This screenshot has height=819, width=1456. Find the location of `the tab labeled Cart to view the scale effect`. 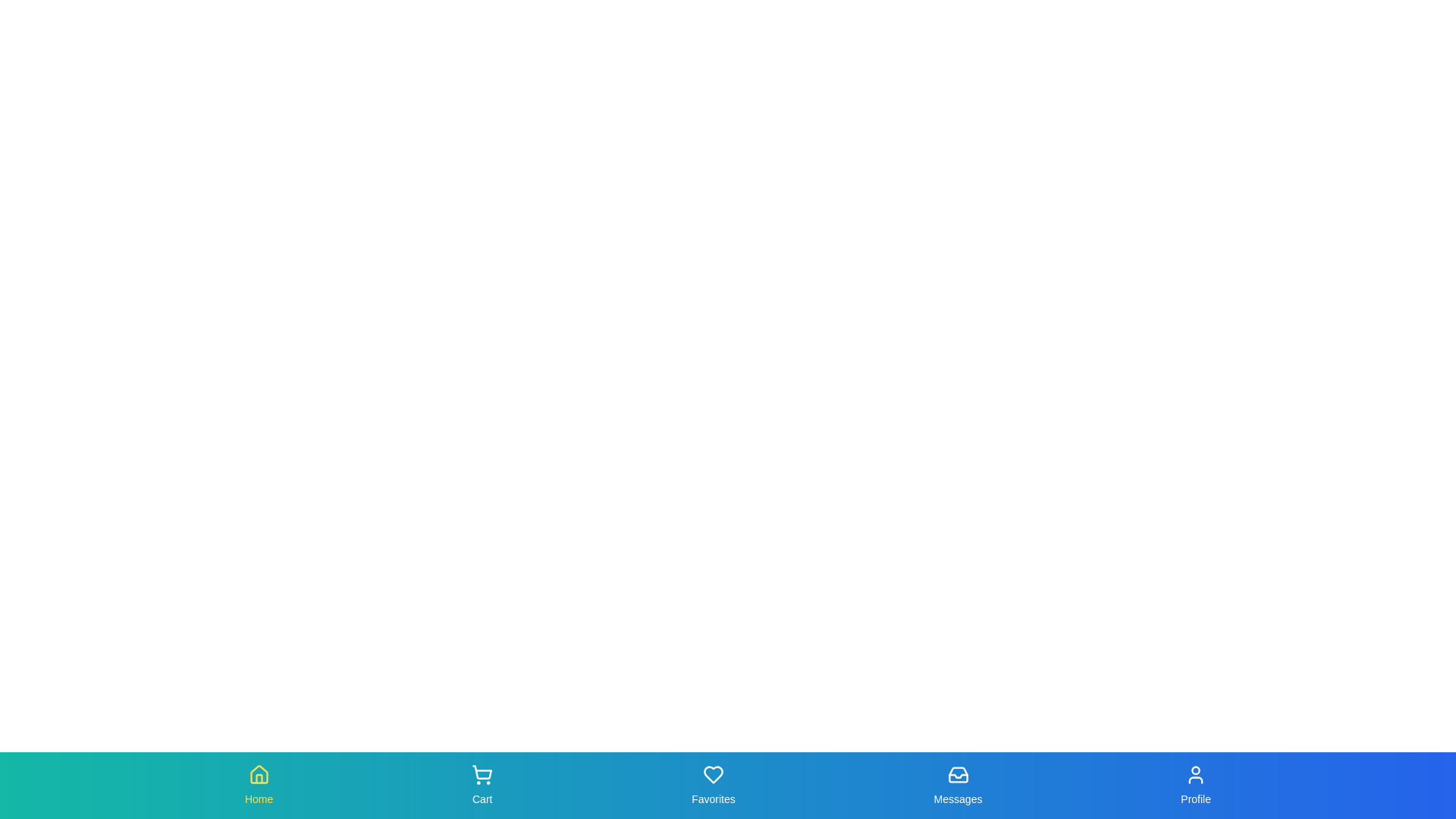

the tab labeled Cart to view the scale effect is located at coordinates (482, 785).